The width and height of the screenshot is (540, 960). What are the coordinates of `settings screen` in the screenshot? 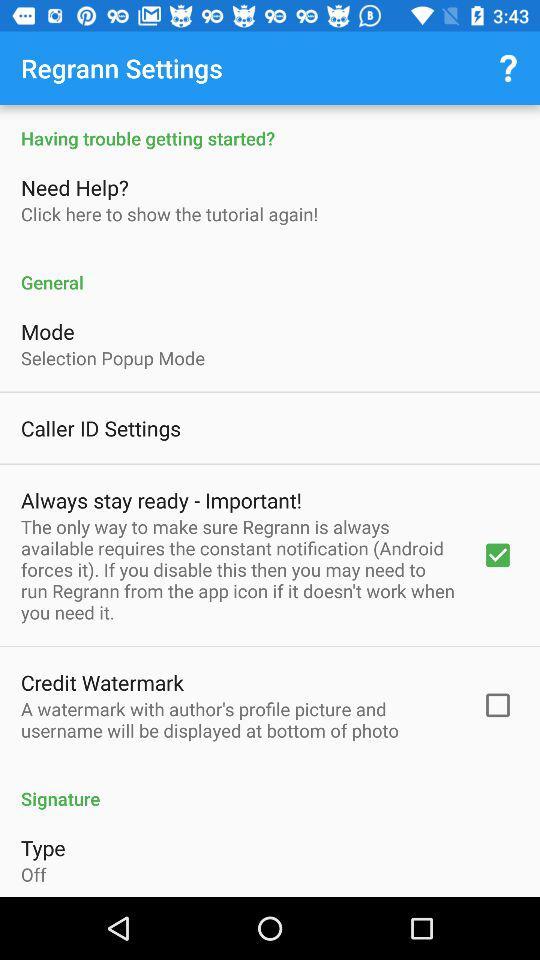 It's located at (270, 500).